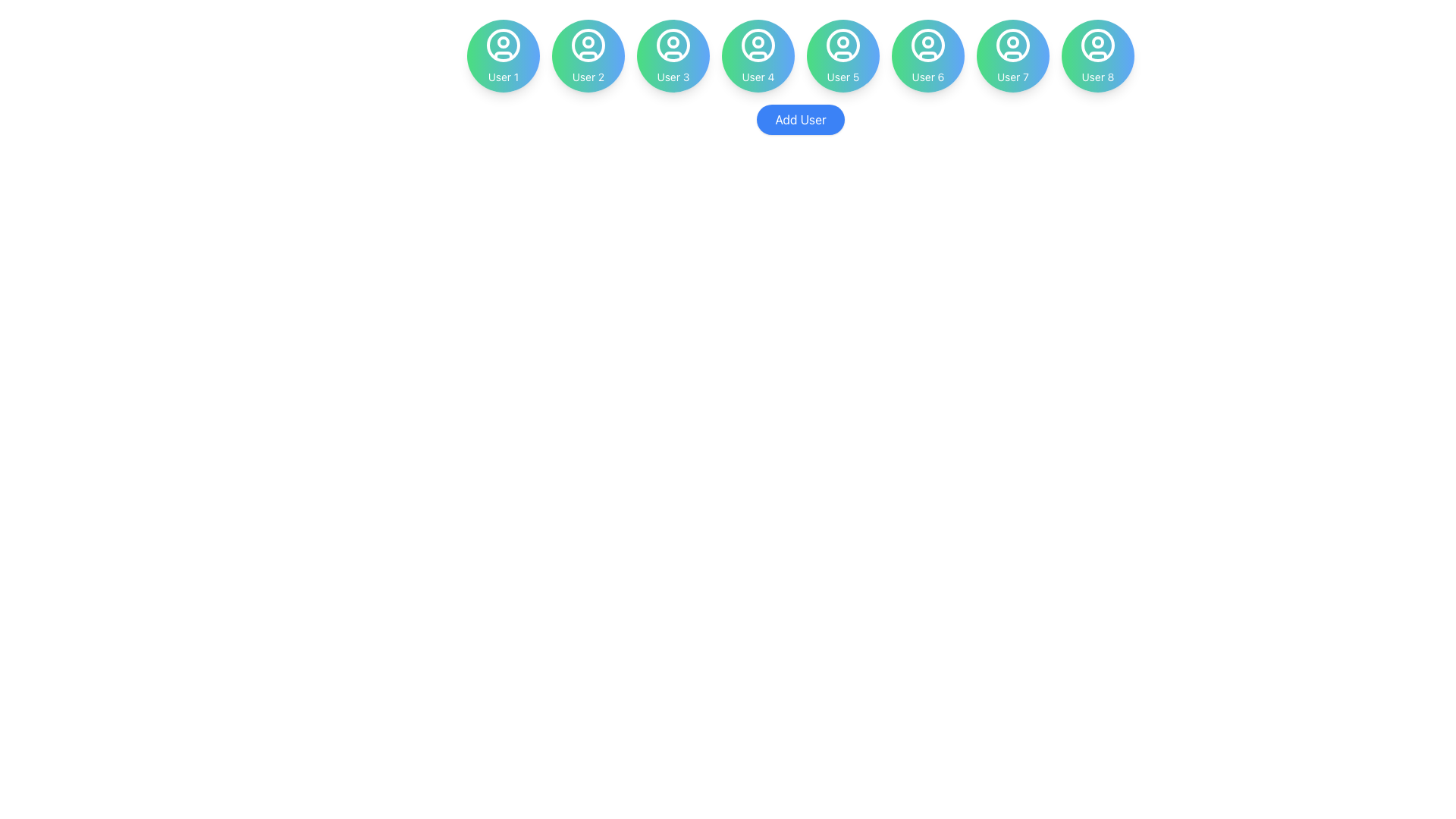 The height and width of the screenshot is (819, 1456). I want to click on the Profile Button, which is a circular button with a gradient background from green to blue, featuring a white user icon and the text 'User 6' below it, positioned sixth in a group of eight user buttons, so click(927, 55).